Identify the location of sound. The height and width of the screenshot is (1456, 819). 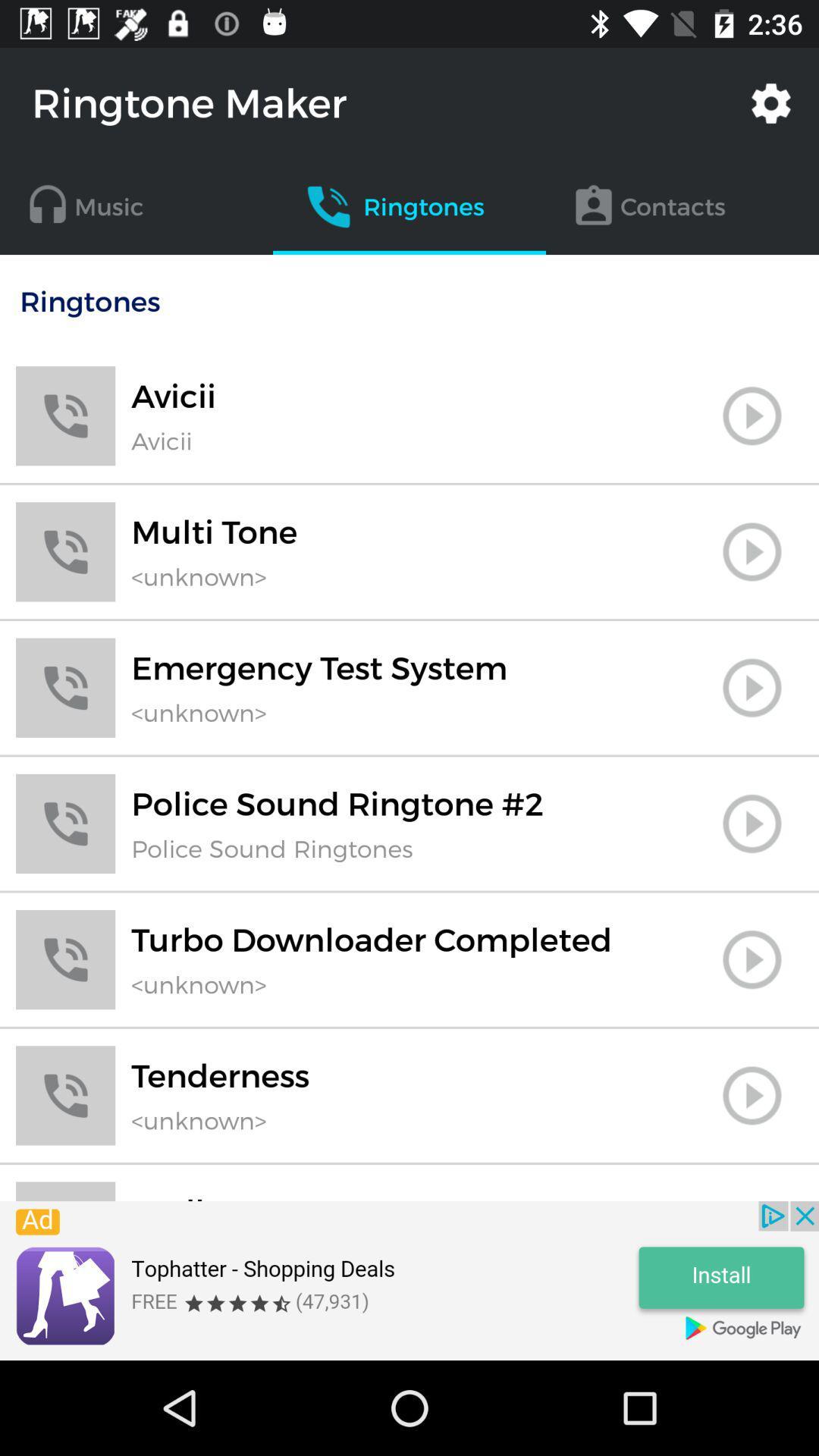
(752, 1197).